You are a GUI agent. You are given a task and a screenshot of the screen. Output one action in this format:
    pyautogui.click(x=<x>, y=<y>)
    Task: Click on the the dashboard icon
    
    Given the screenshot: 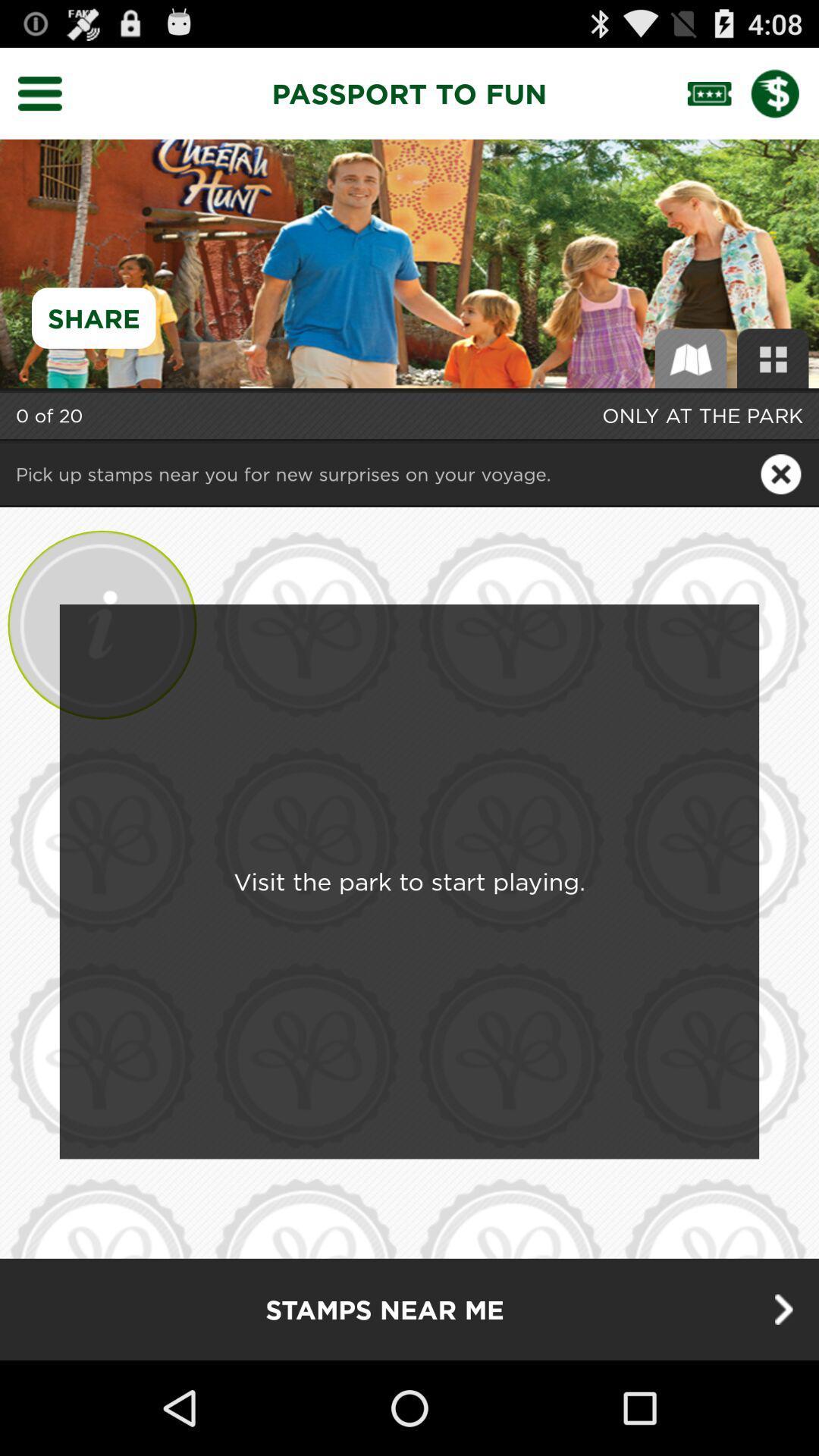 What is the action you would take?
    pyautogui.click(x=773, y=384)
    